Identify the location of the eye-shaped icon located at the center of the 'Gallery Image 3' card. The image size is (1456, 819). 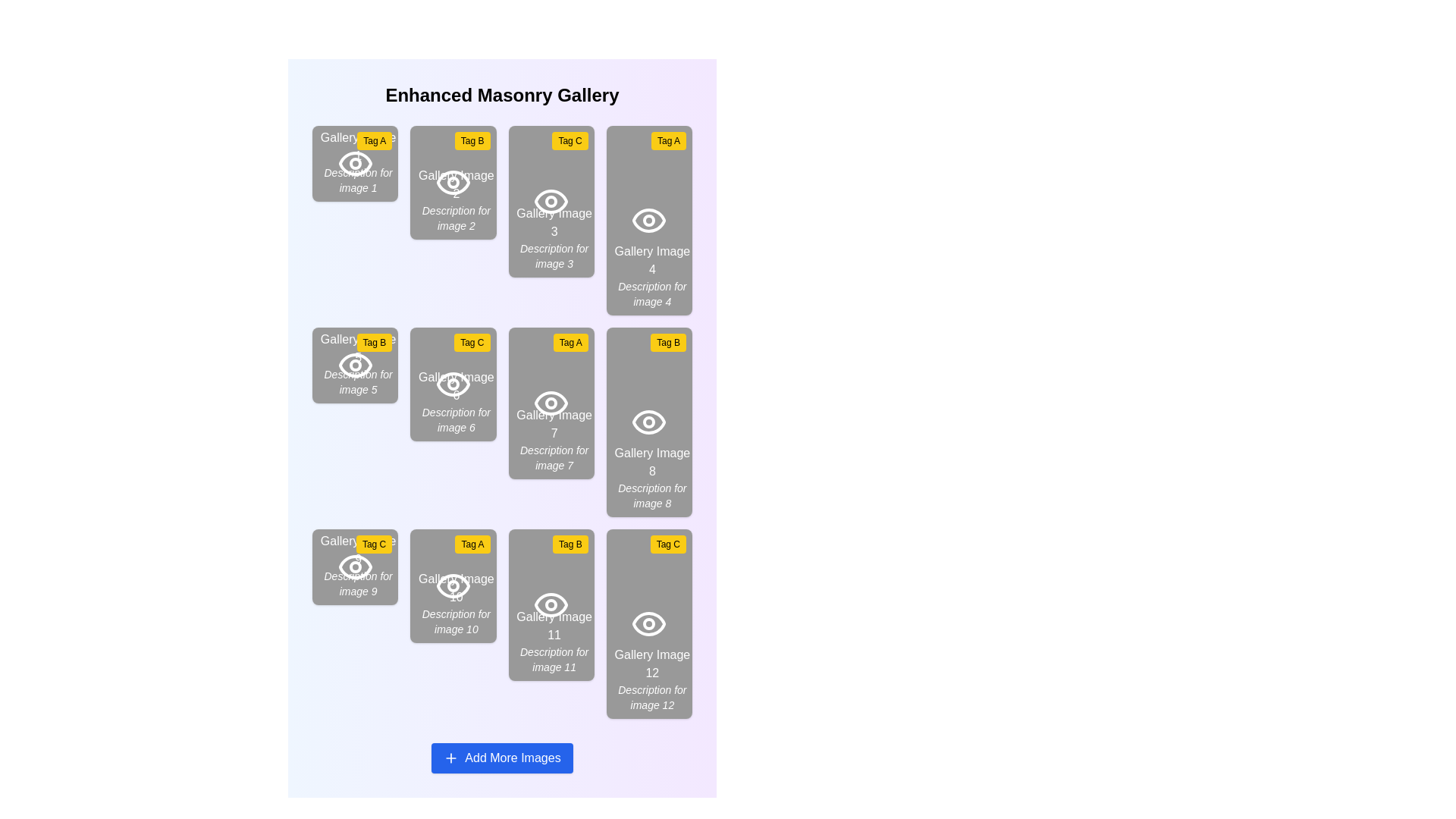
(551, 201).